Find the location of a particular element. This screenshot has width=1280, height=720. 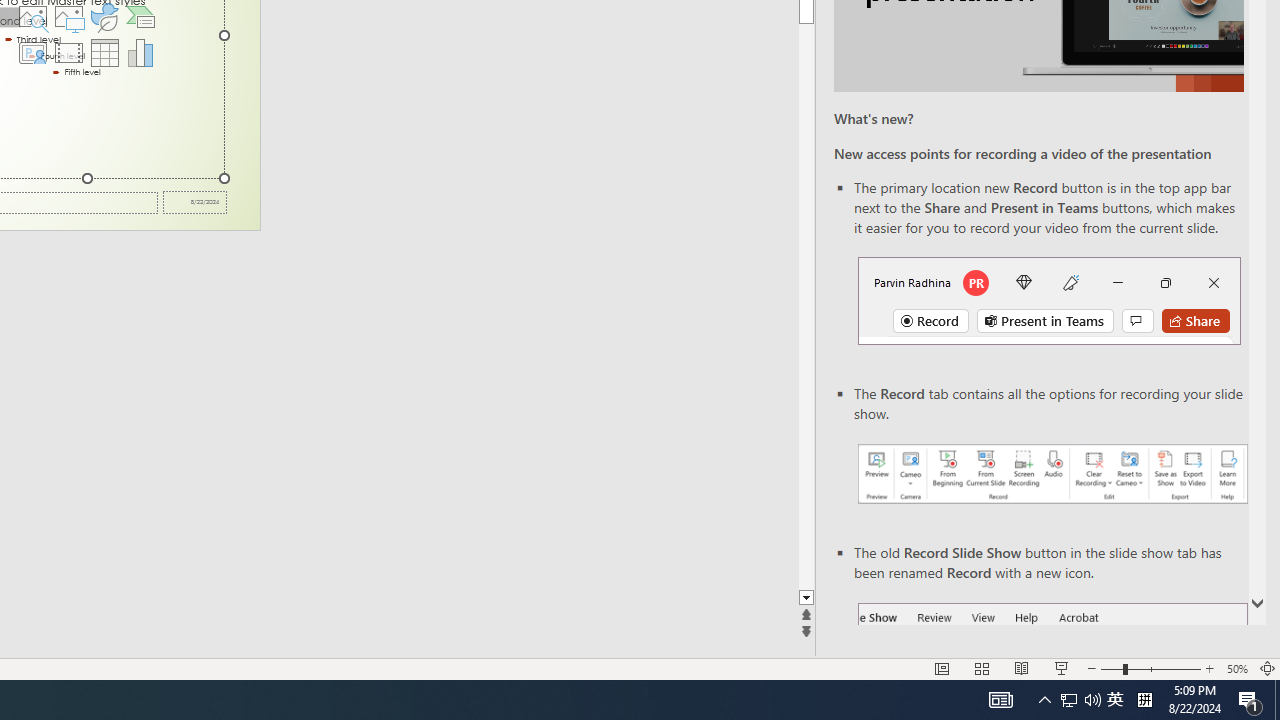

'Reading View' is located at coordinates (1022, 669).